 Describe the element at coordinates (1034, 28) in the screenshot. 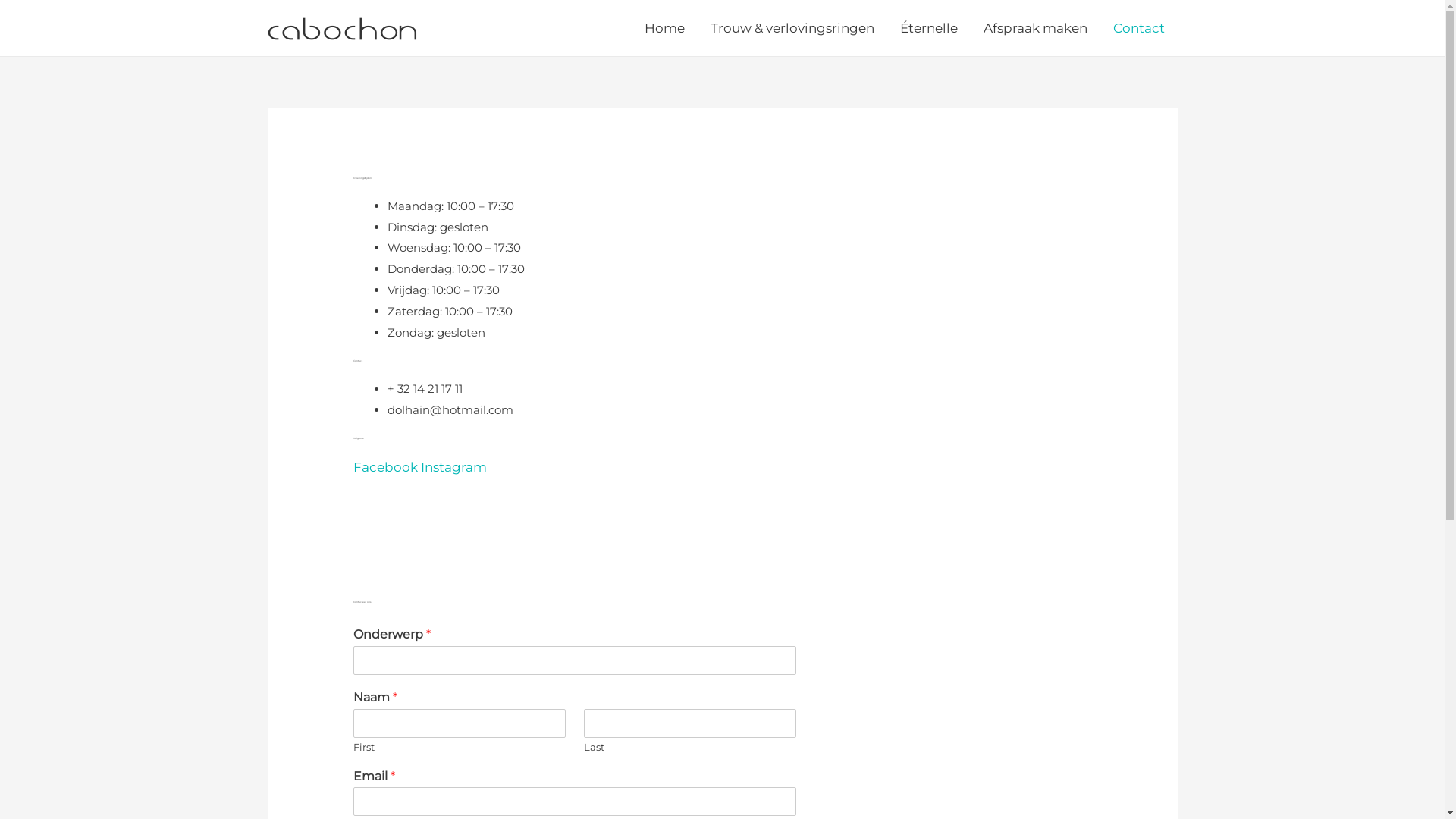

I see `'Afspraak maken'` at that location.